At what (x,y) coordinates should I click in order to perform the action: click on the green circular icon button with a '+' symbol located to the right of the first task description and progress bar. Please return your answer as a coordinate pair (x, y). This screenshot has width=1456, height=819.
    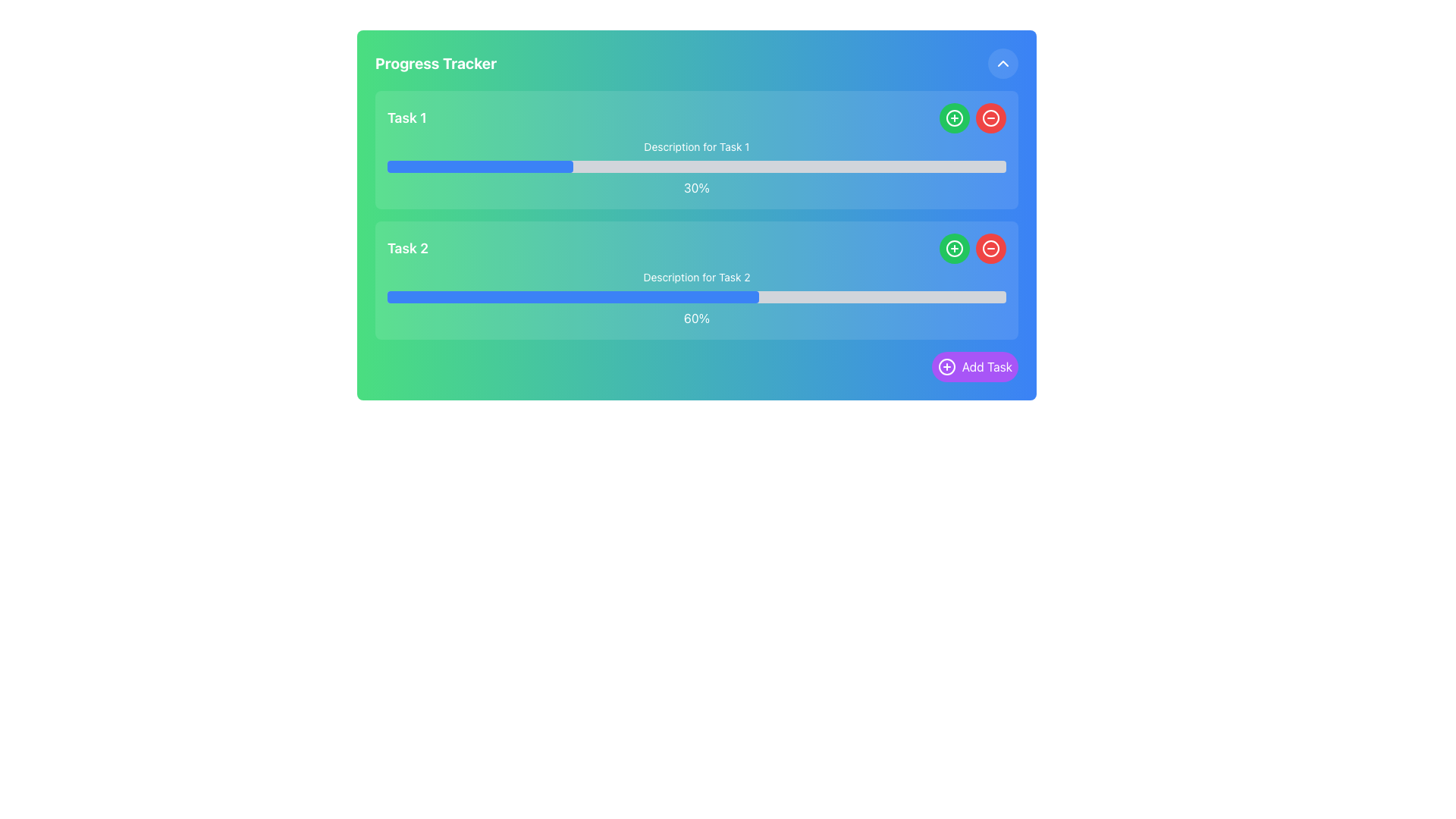
    Looking at the image, I should click on (953, 117).